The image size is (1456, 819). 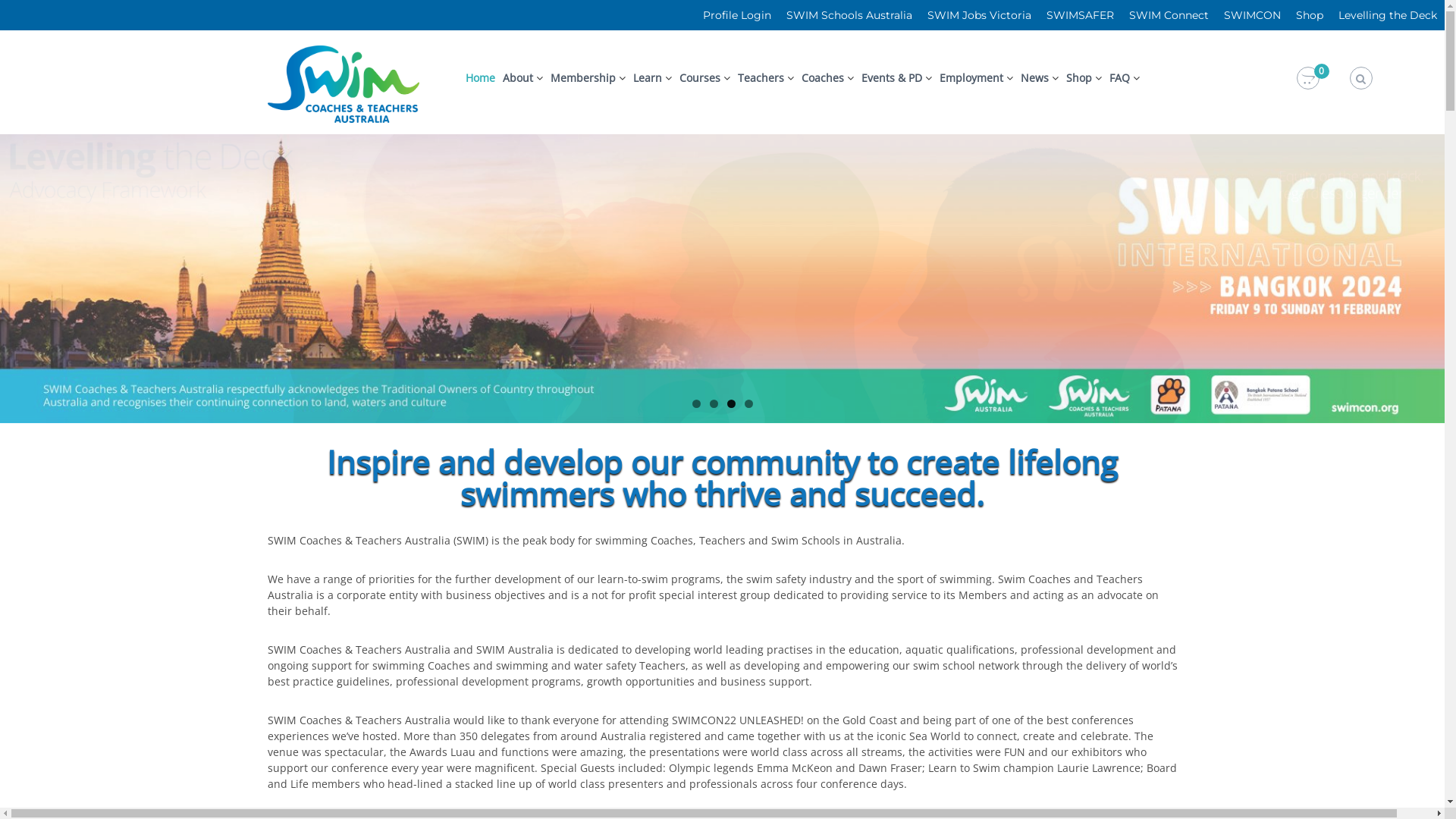 I want to click on 'Home', so click(x=479, y=77).